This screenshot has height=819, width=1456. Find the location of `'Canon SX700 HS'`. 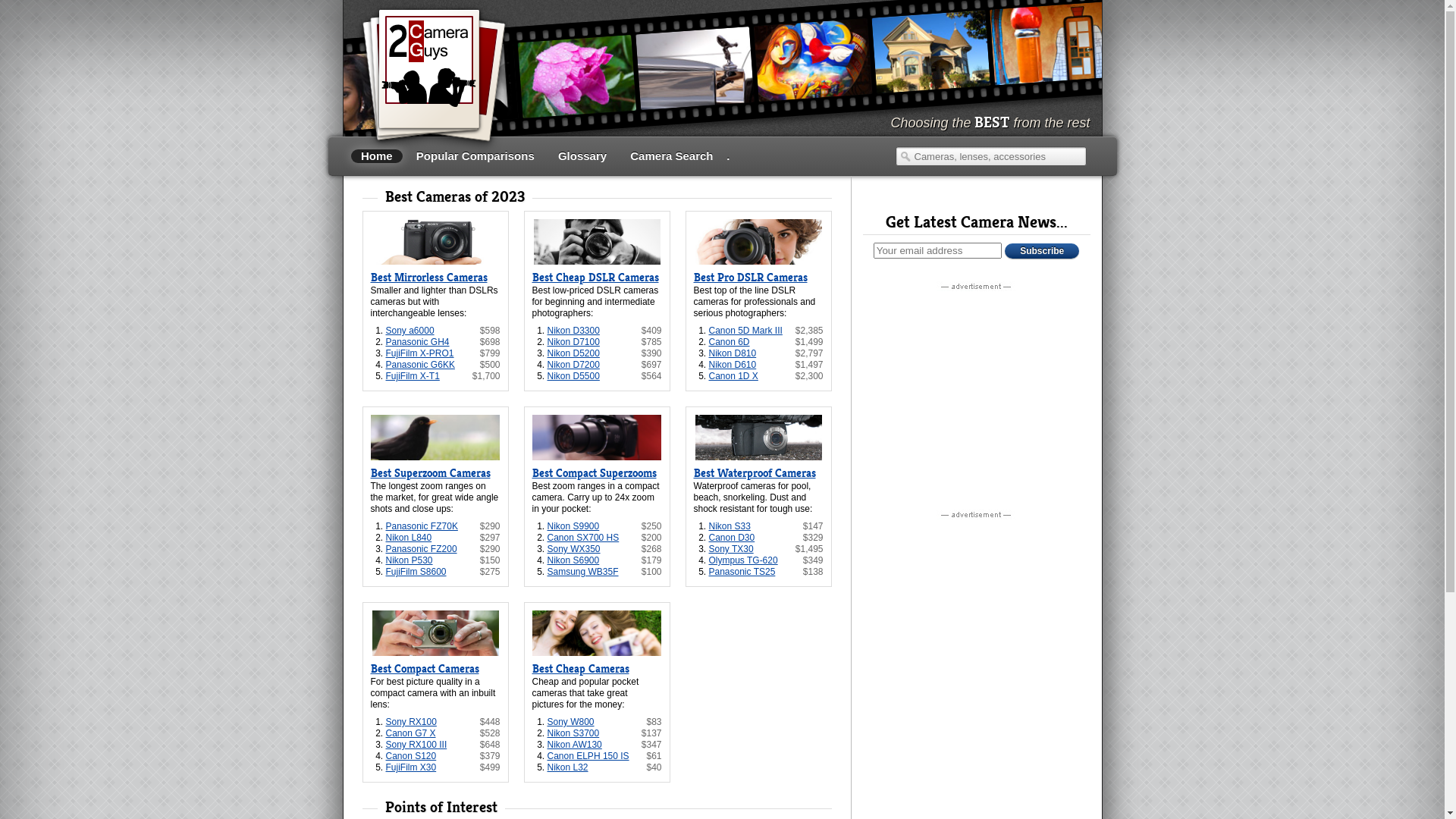

'Canon SX700 HS' is located at coordinates (582, 537).